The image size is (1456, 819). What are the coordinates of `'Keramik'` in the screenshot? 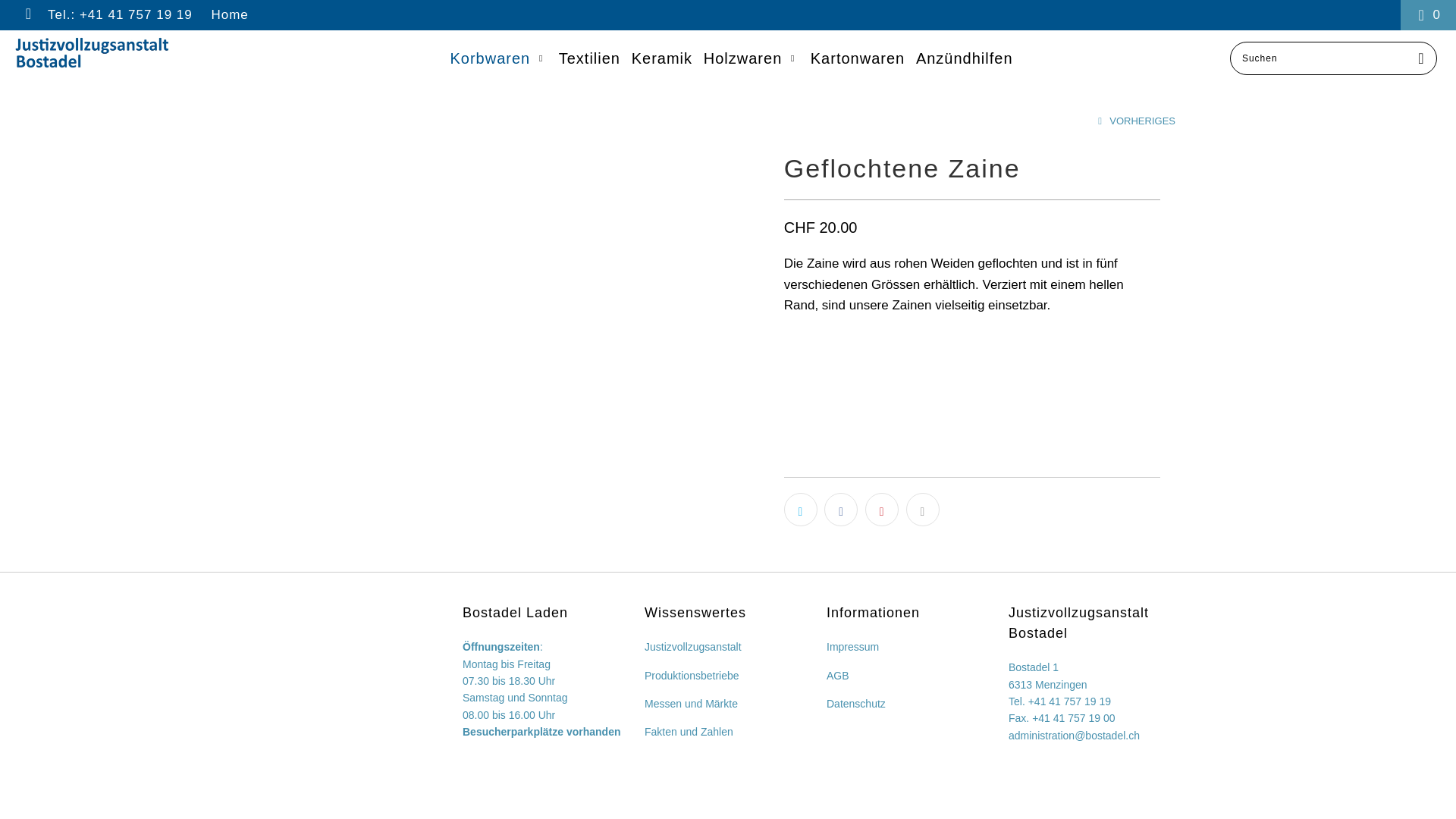 It's located at (662, 58).